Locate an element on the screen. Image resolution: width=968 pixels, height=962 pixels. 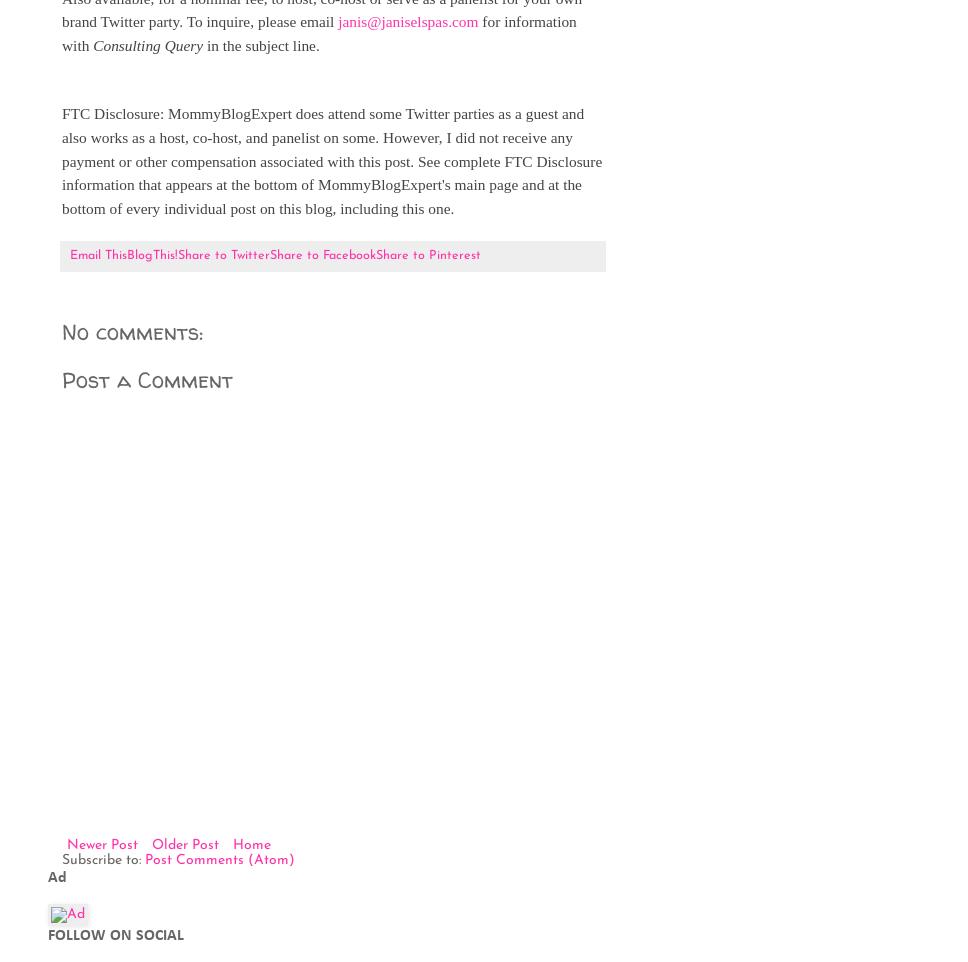
'Newer Post' is located at coordinates (65, 844).